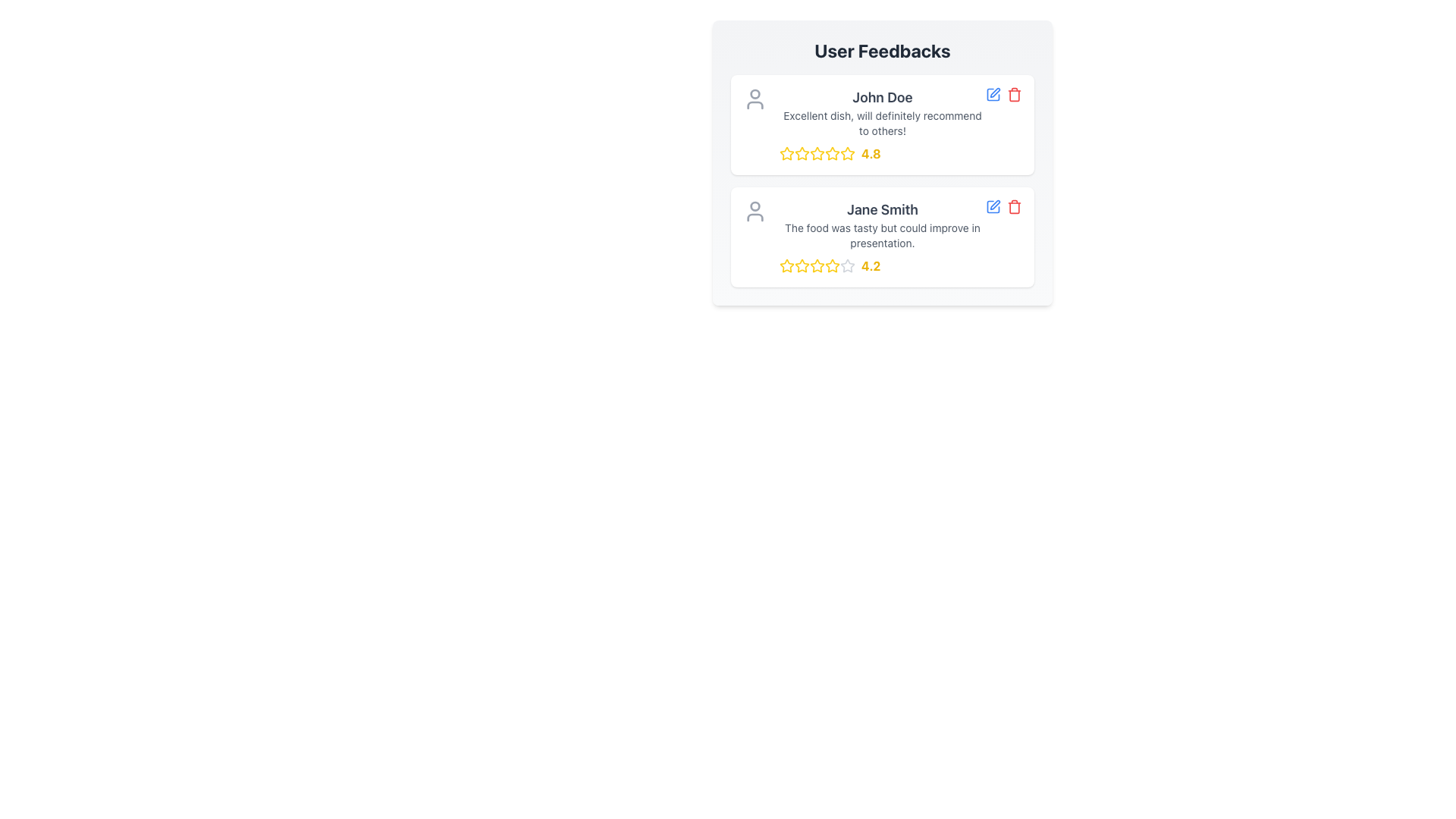 Image resolution: width=1456 pixels, height=819 pixels. Describe the element at coordinates (882, 237) in the screenshot. I see `the rating stars in the user feedback section, located within a white rounded card below the feedback from John Doe` at that location.